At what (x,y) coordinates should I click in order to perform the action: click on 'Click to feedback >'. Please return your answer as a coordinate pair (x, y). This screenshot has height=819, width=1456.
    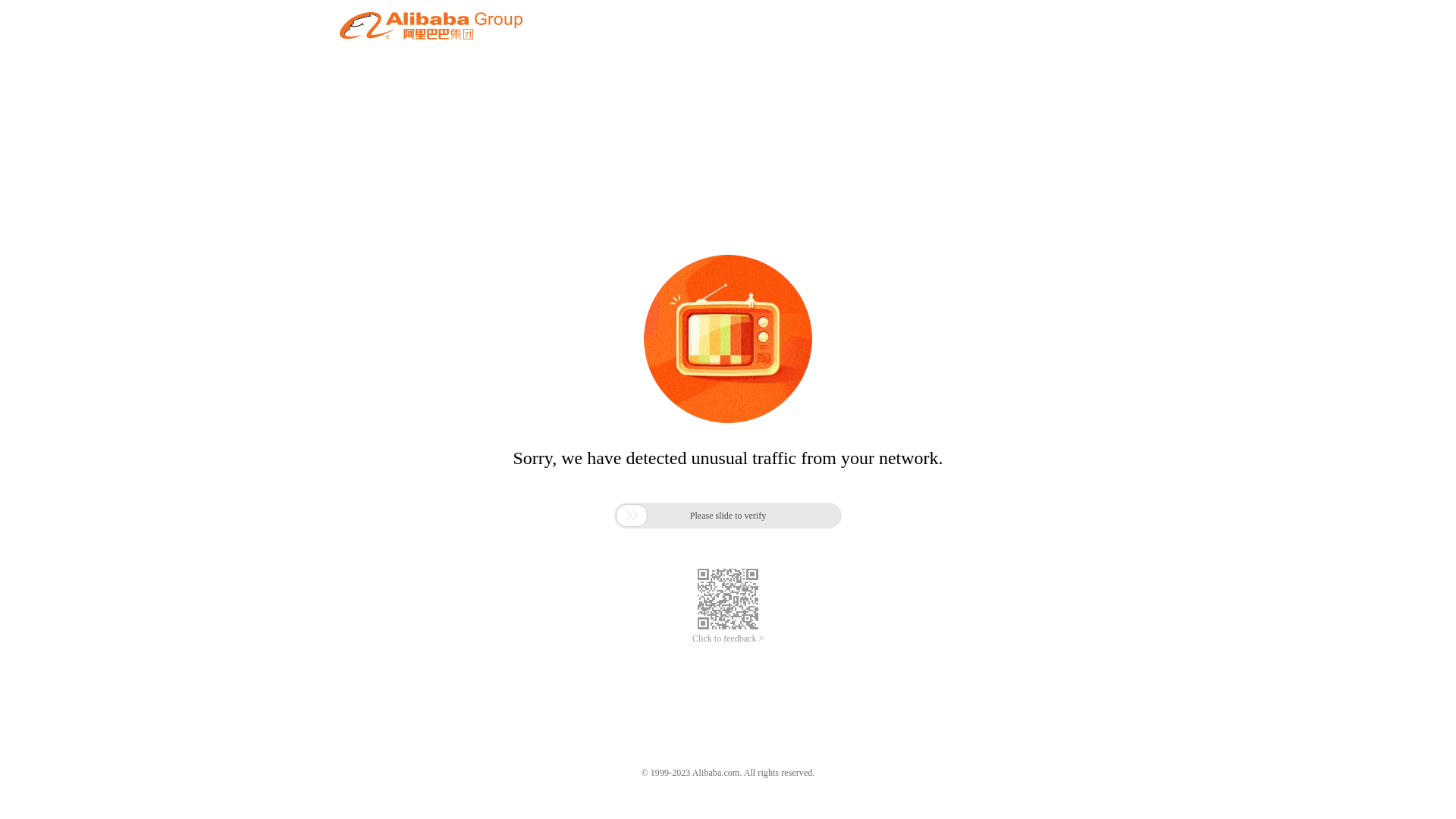
    Looking at the image, I should click on (728, 639).